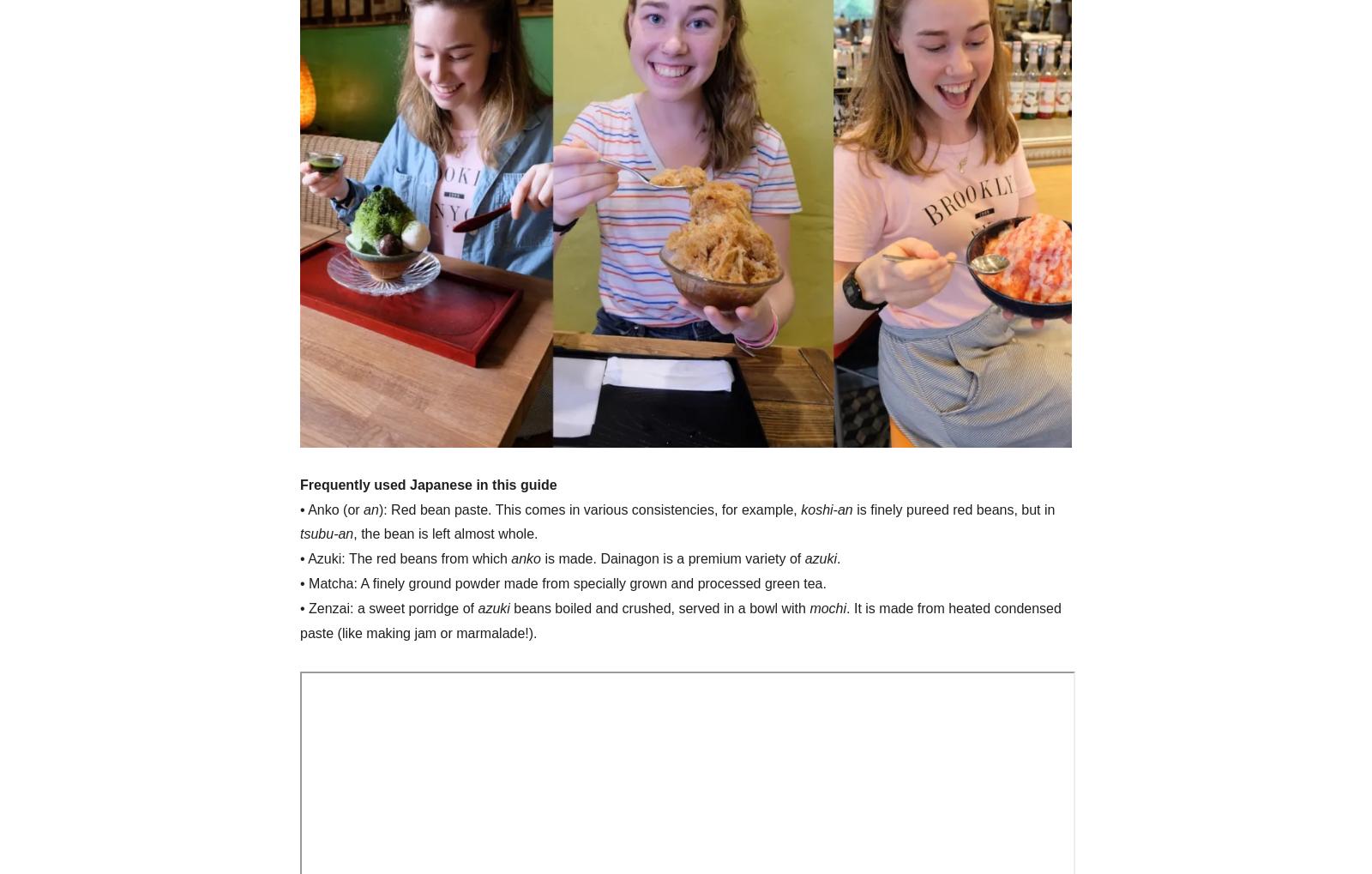  Describe the element at coordinates (954, 508) in the screenshot. I see `'is finely pureed red beans, but in'` at that location.